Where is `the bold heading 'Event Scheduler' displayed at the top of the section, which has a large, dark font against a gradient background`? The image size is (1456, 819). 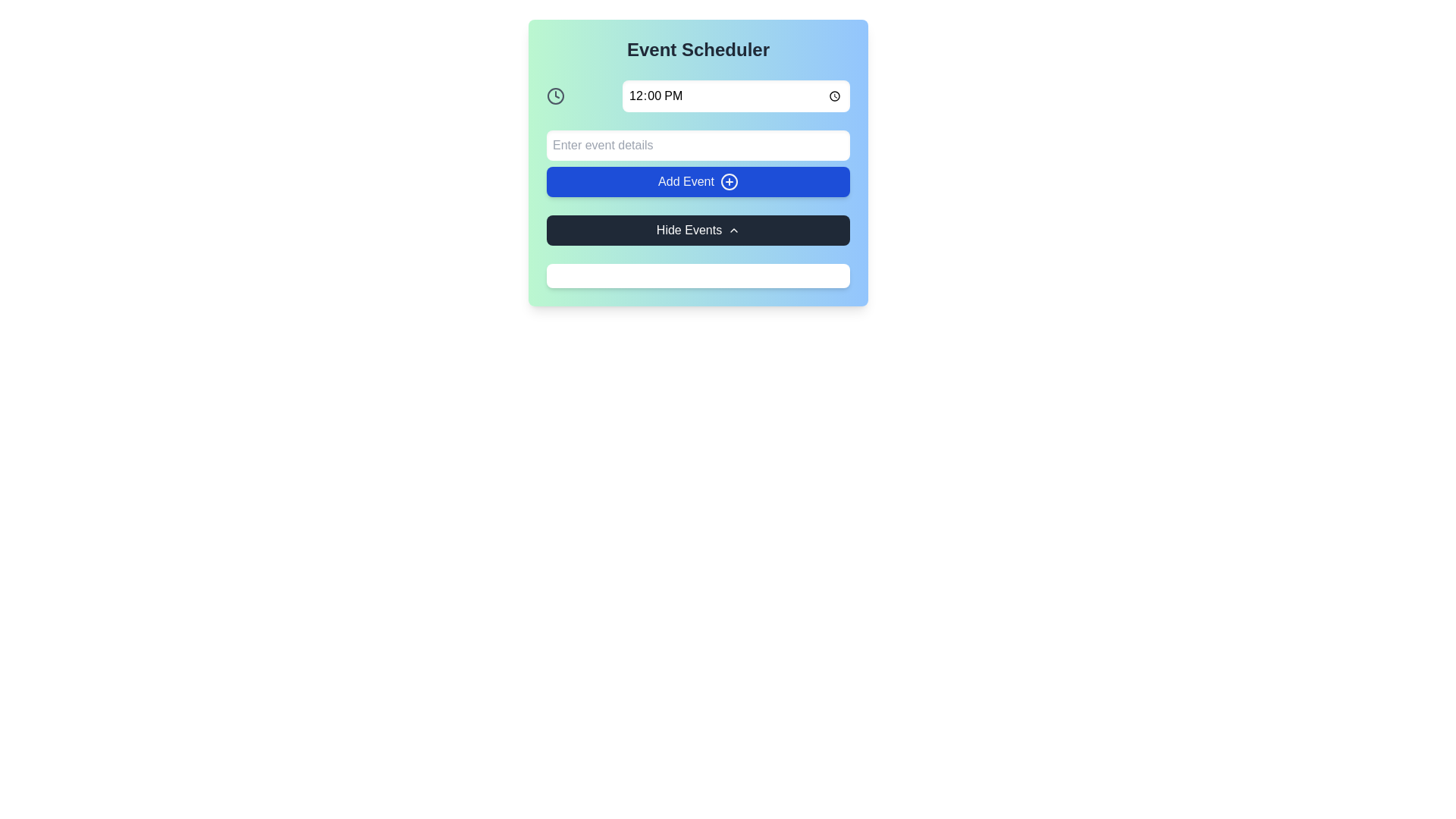
the bold heading 'Event Scheduler' displayed at the top of the section, which has a large, dark font against a gradient background is located at coordinates (698, 49).